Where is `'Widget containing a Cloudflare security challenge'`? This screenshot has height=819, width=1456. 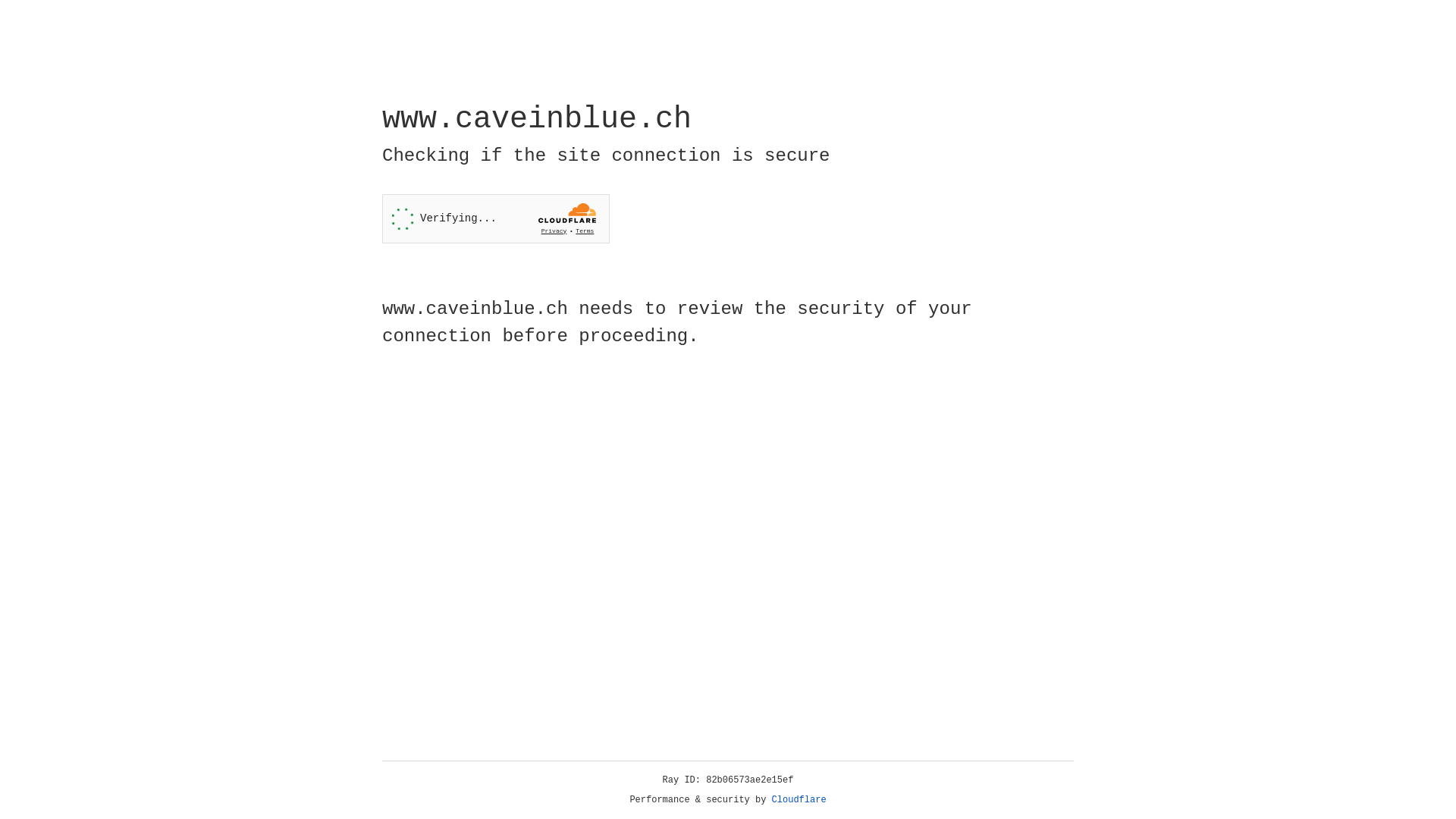 'Widget containing a Cloudflare security challenge' is located at coordinates (495, 218).